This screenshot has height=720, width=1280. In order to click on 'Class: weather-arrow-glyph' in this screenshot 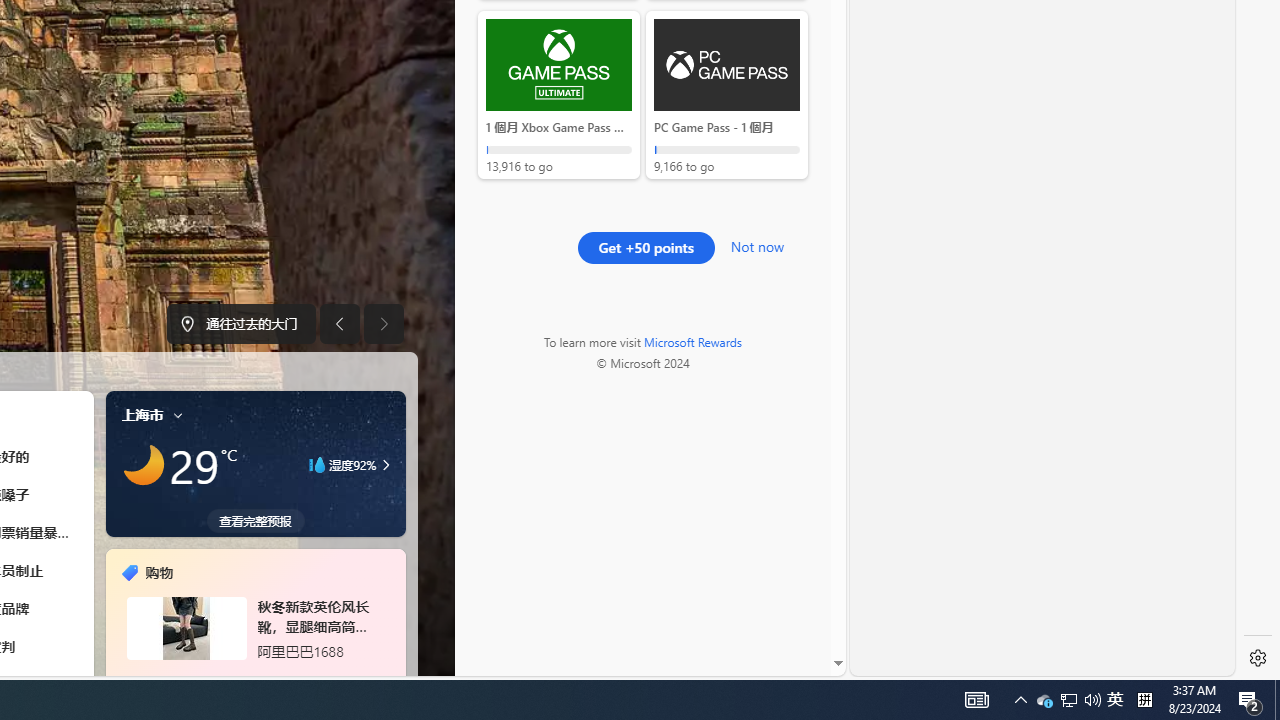, I will do `click(385, 465)`.